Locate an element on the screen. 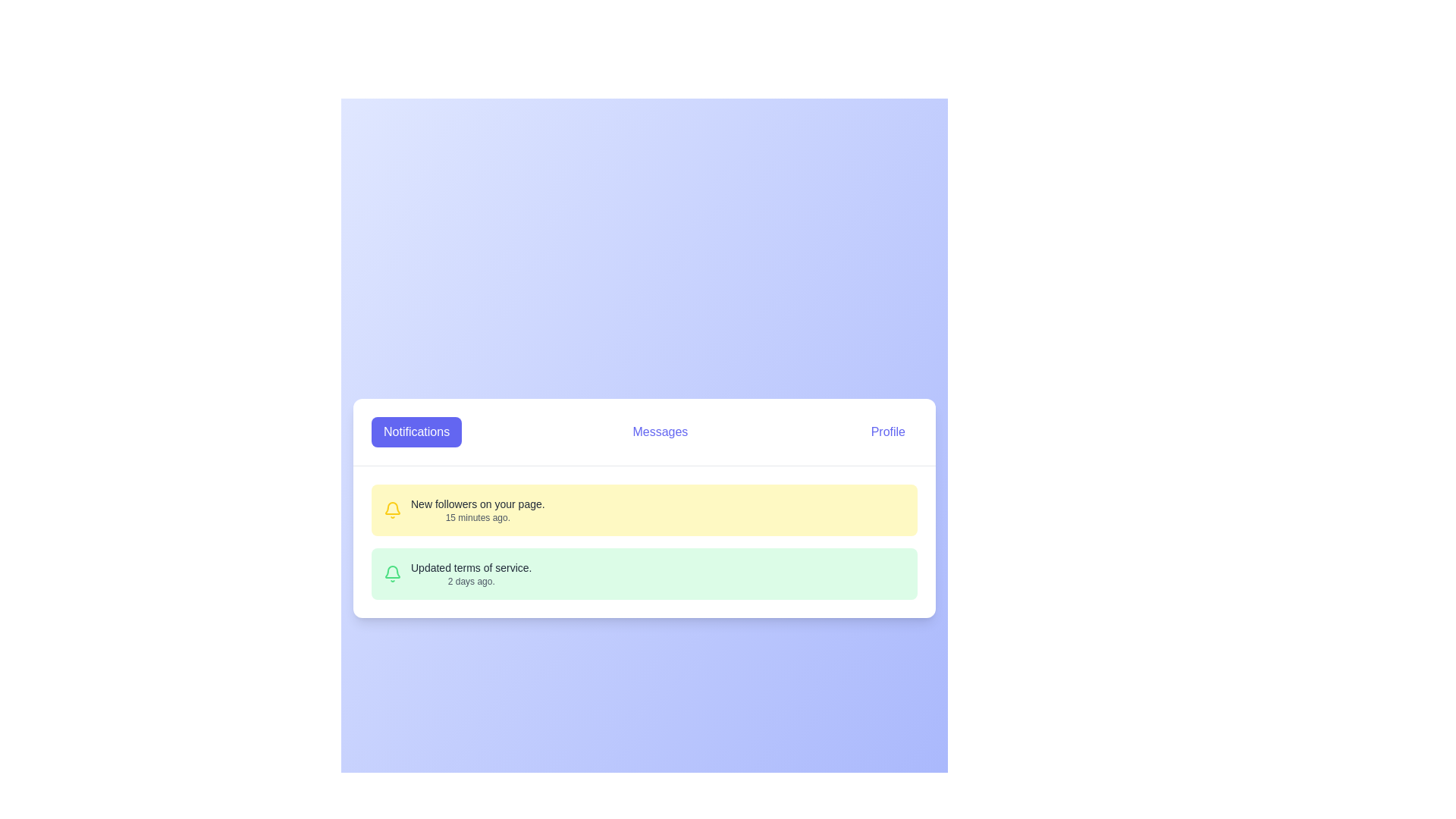  information displayed in the text block titled 'Updated terms of service.' located in the second notification item of the notification list is located at coordinates (470, 573).